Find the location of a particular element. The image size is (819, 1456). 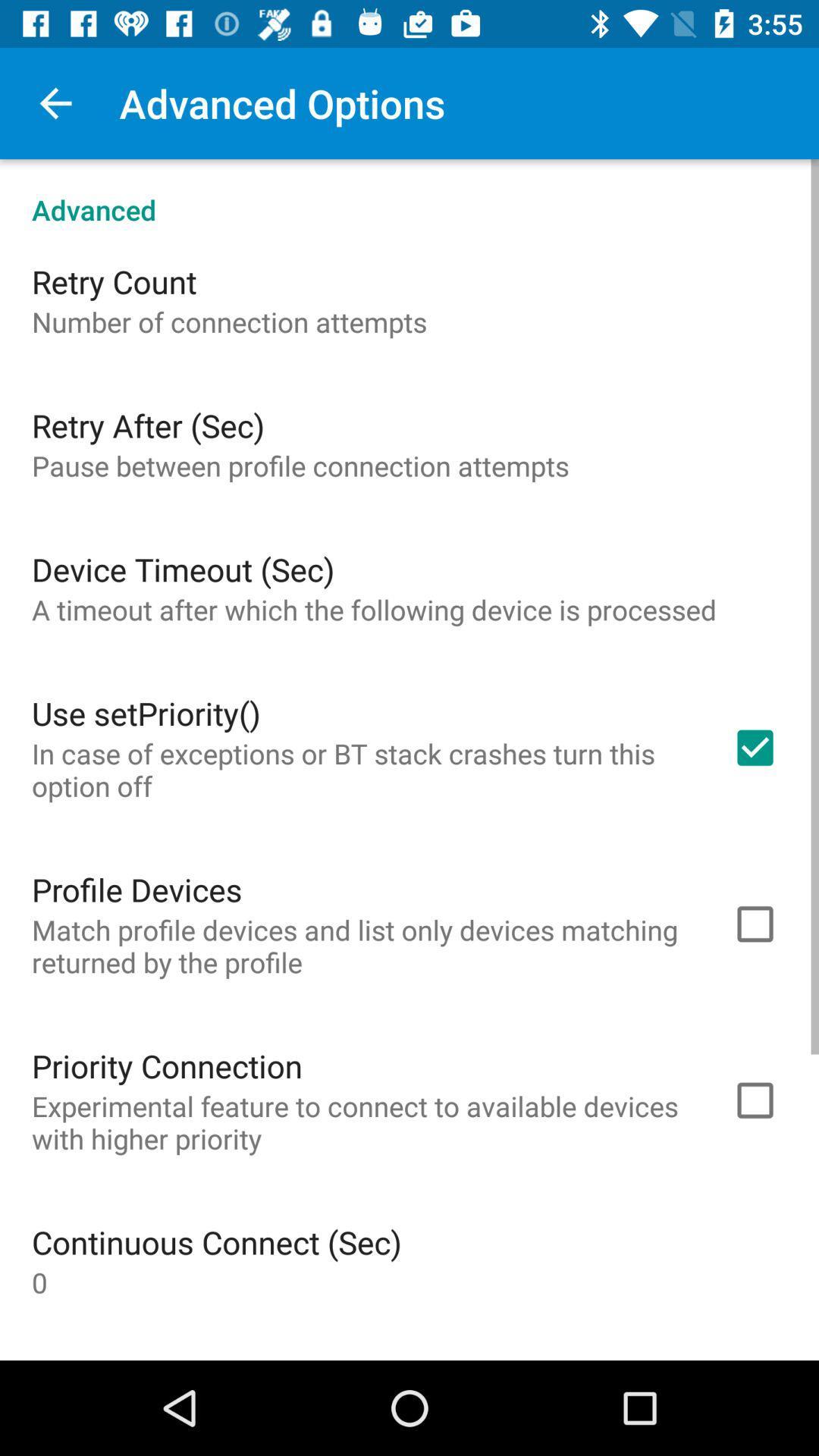

the item above the device timeout (sec) item is located at coordinates (300, 465).